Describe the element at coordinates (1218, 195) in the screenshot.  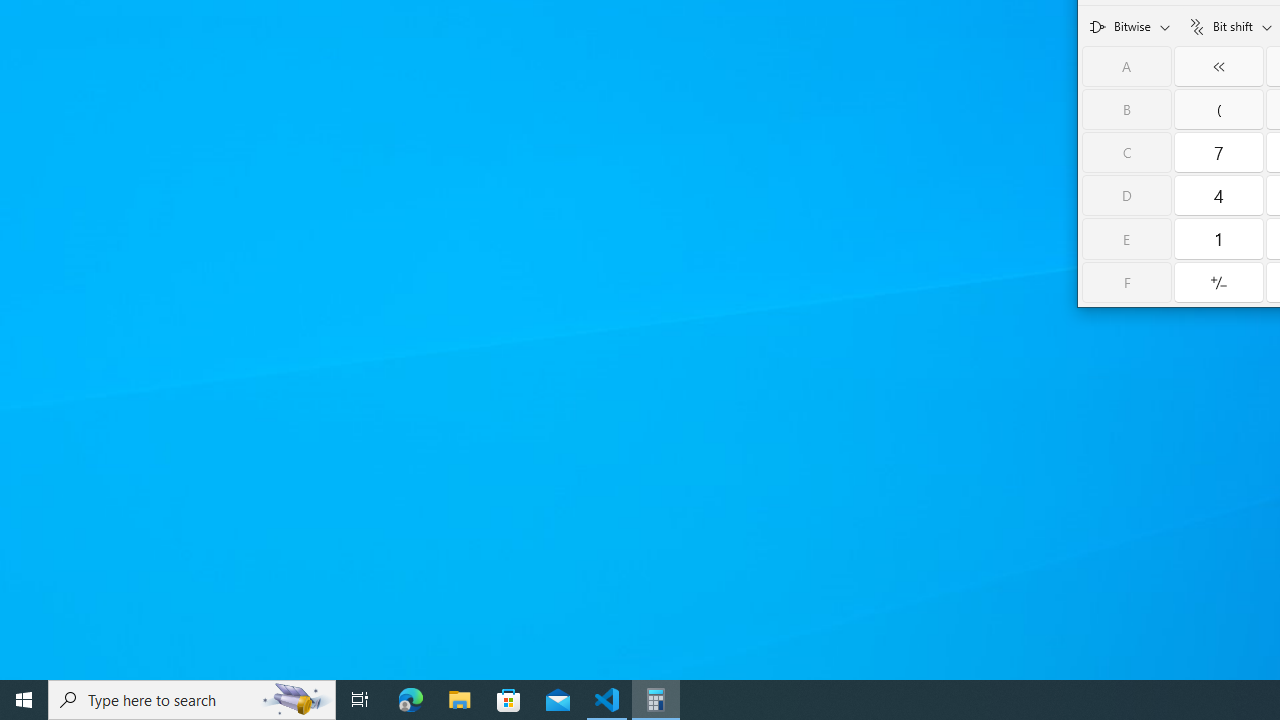
I see `'Four'` at that location.